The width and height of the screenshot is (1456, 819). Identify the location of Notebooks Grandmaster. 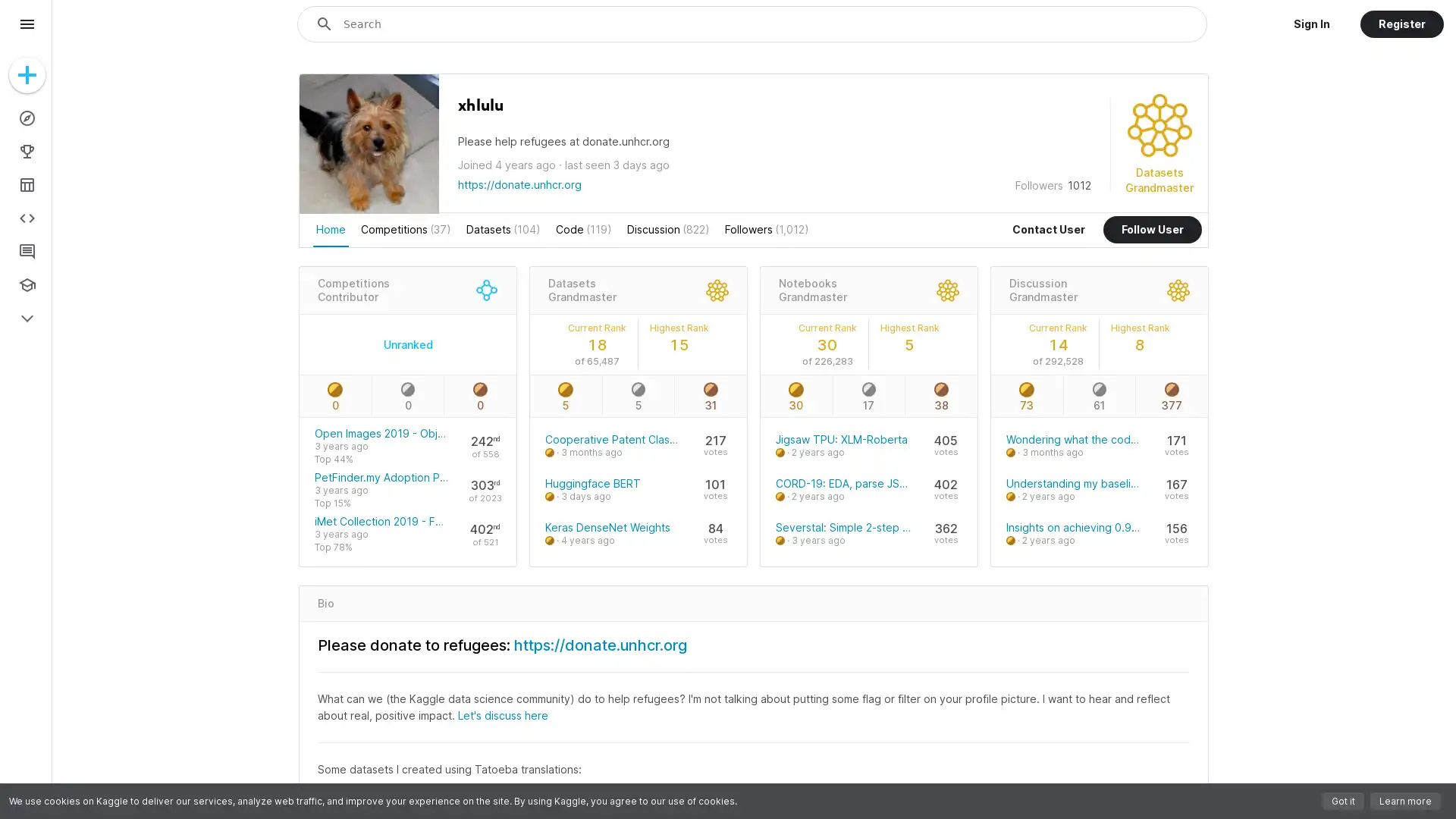
(811, 290).